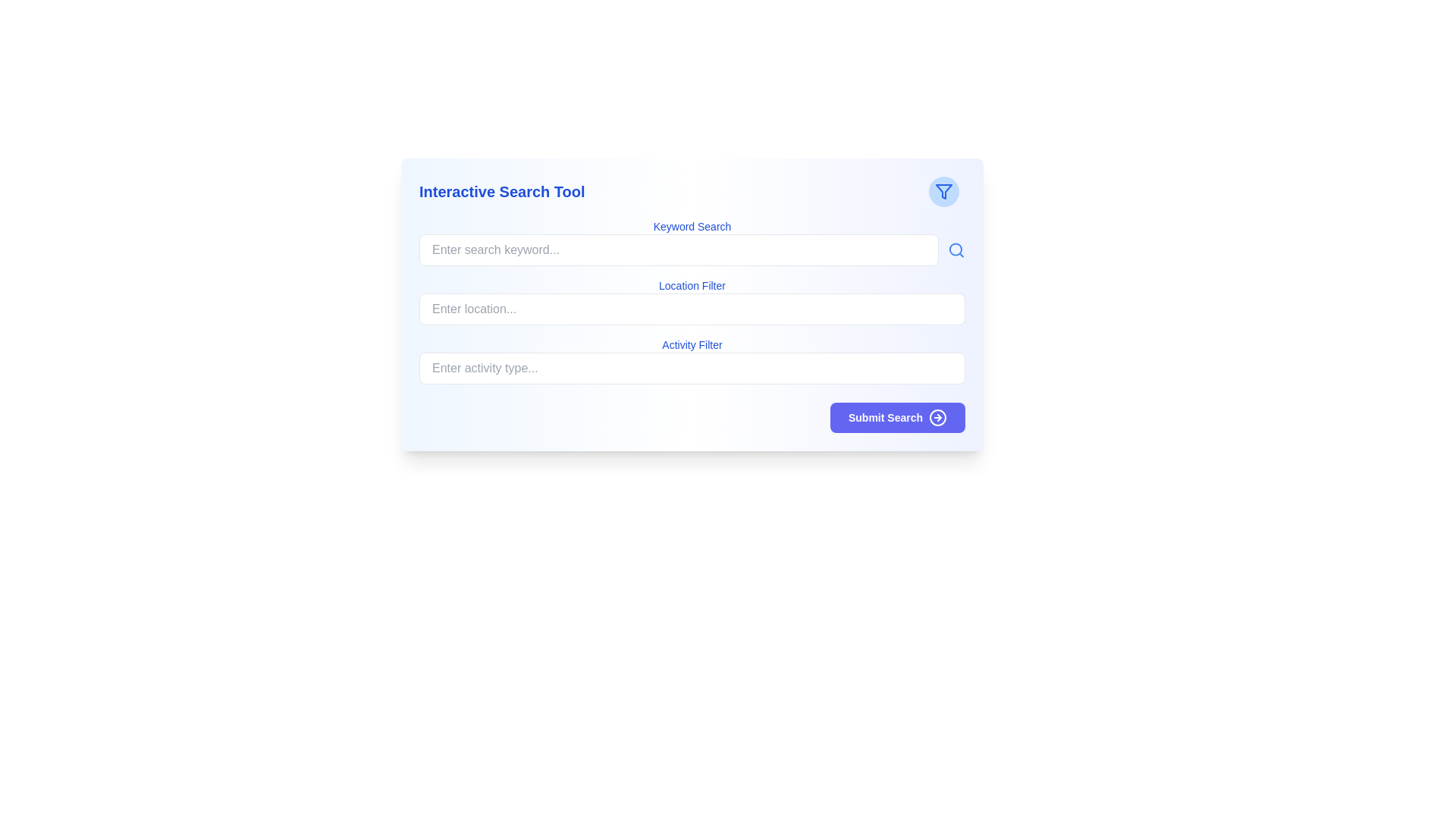 The height and width of the screenshot is (819, 1456). Describe the element at coordinates (937, 418) in the screenshot. I see `the circular decorative element within the right-facing arrow icon located at the bottom-right corner of the interface, adjacent to the 'Submit Search' button` at that location.